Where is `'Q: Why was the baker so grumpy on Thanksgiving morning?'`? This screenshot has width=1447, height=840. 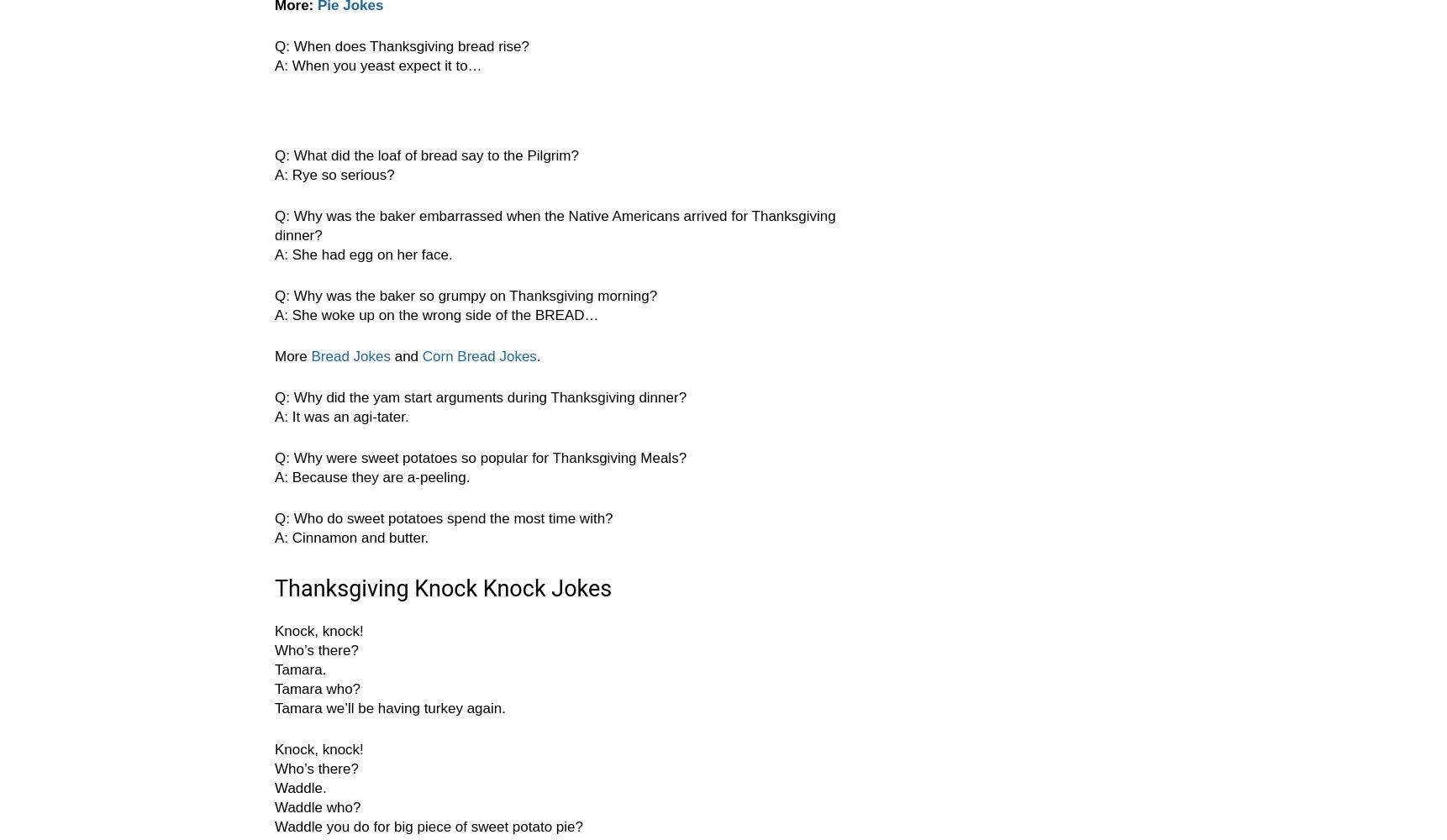 'Q: Why was the baker so grumpy on Thanksgiving morning?' is located at coordinates (466, 295).